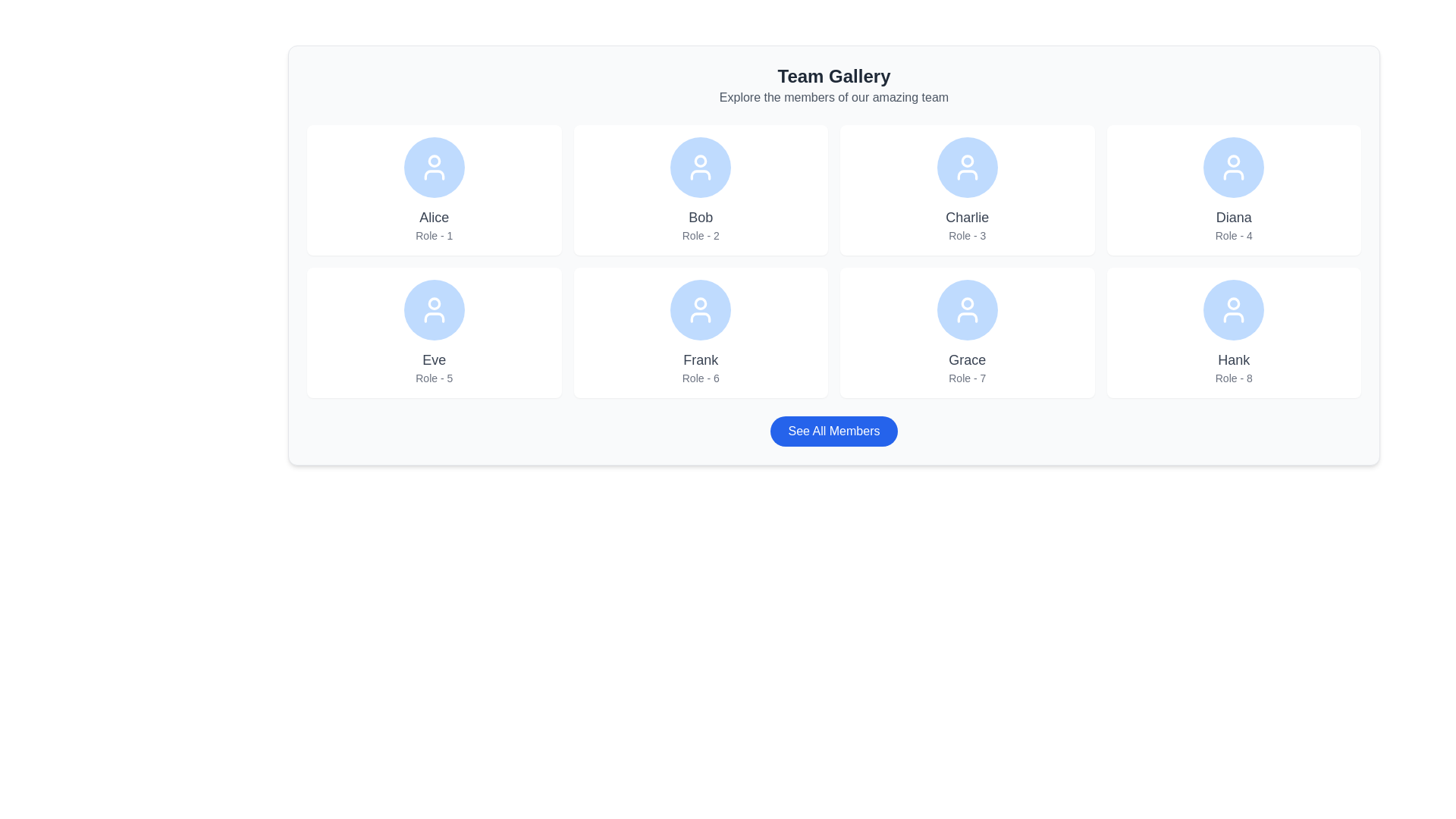 The height and width of the screenshot is (819, 1456). Describe the element at coordinates (1234, 303) in the screenshot. I see `the inner circular graphical component of the user profile icon for 'Hank' in the second row and last column of the grid layout` at that location.